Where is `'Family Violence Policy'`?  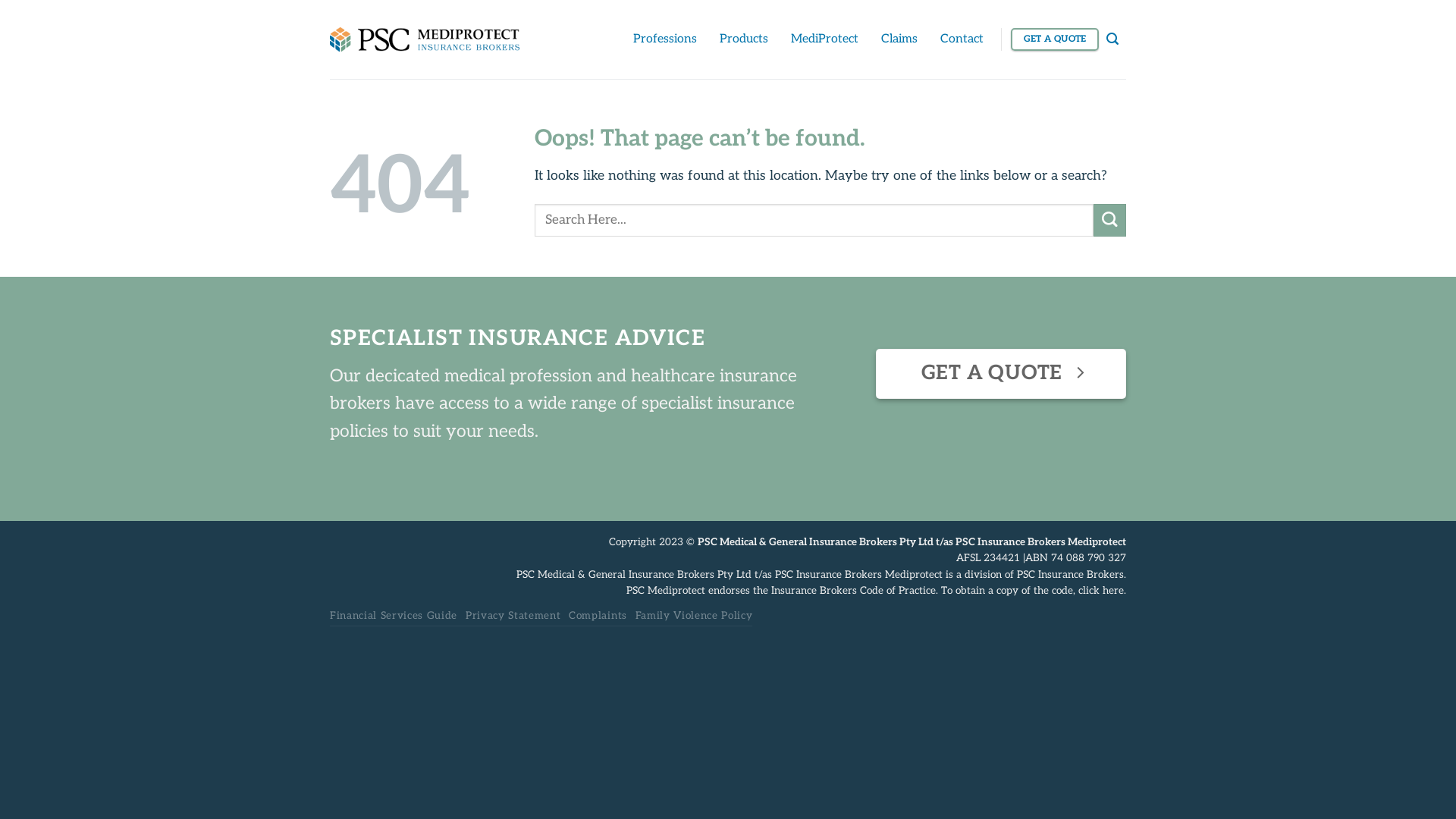
'Family Violence Policy' is located at coordinates (693, 616).